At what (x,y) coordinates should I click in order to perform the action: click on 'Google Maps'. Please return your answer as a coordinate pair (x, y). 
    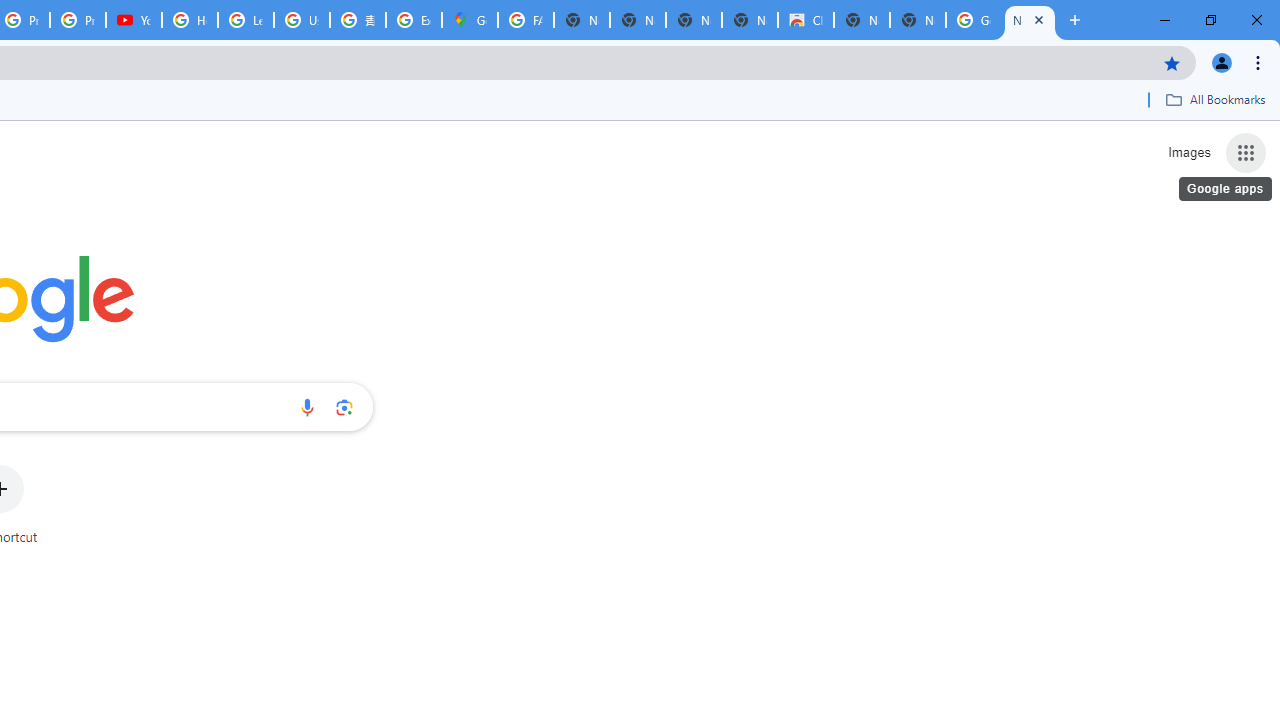
    Looking at the image, I should click on (468, 20).